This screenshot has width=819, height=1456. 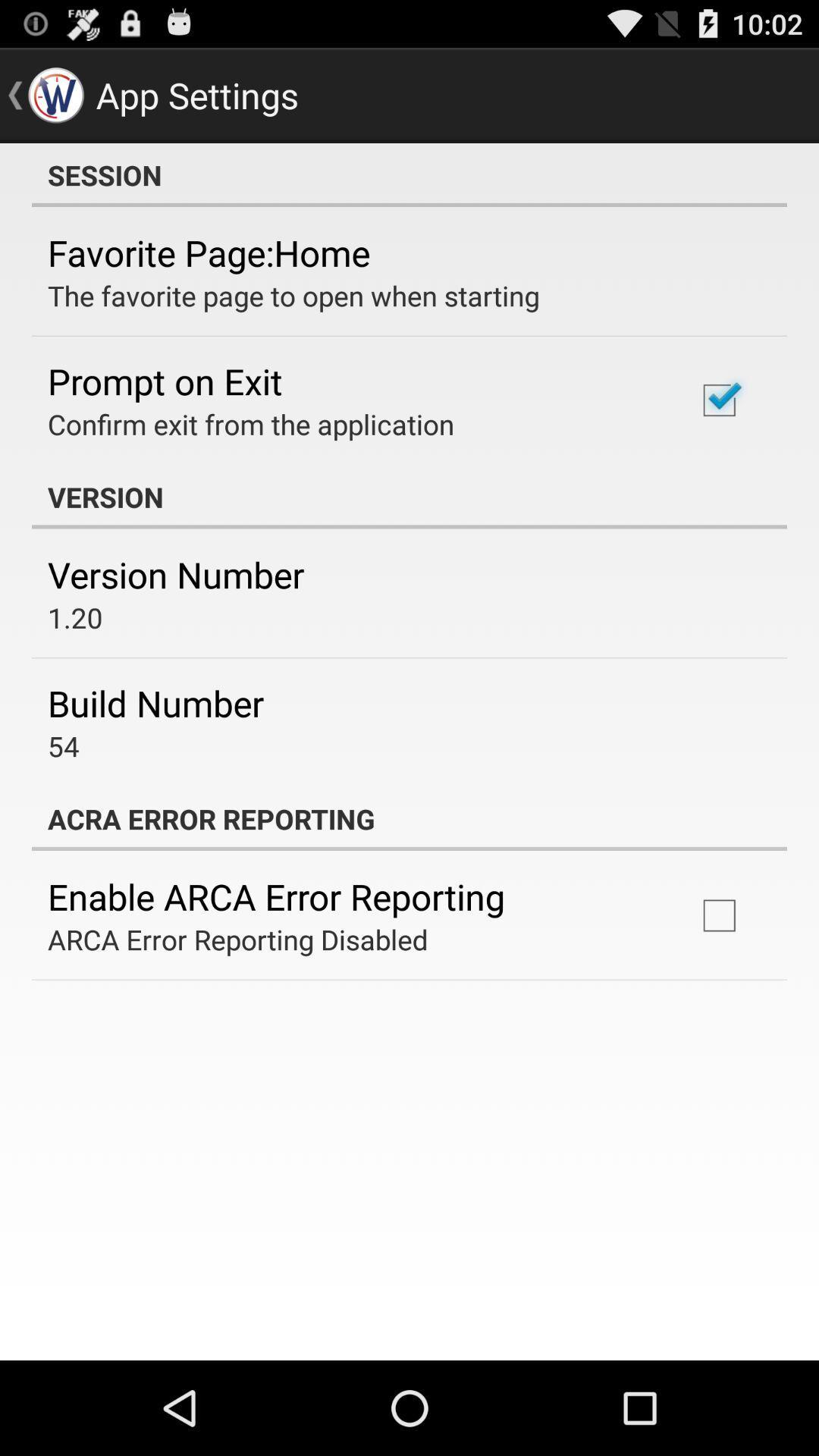 I want to click on version number app, so click(x=175, y=573).